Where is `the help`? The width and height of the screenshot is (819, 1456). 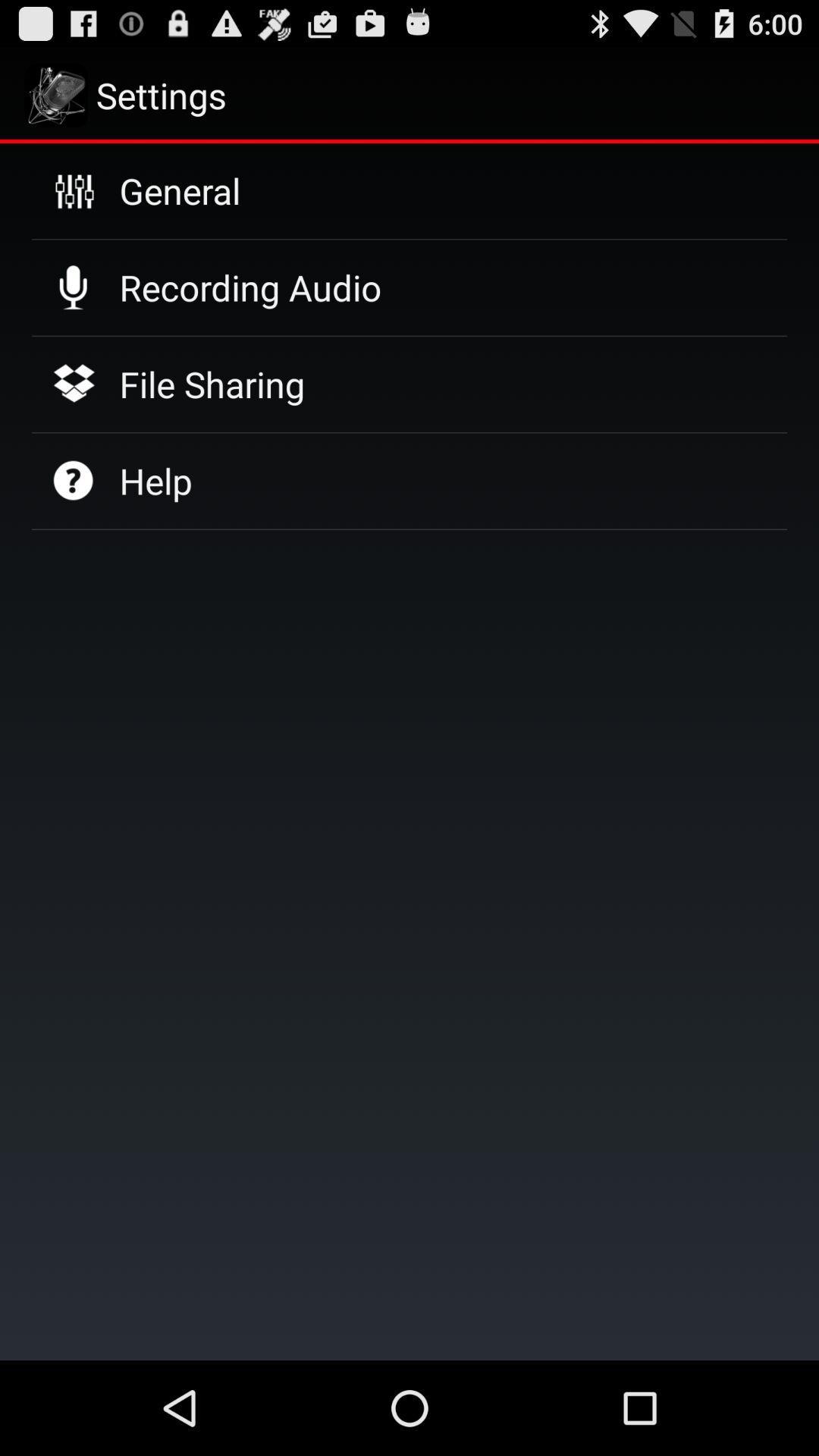
the help is located at coordinates (155, 480).